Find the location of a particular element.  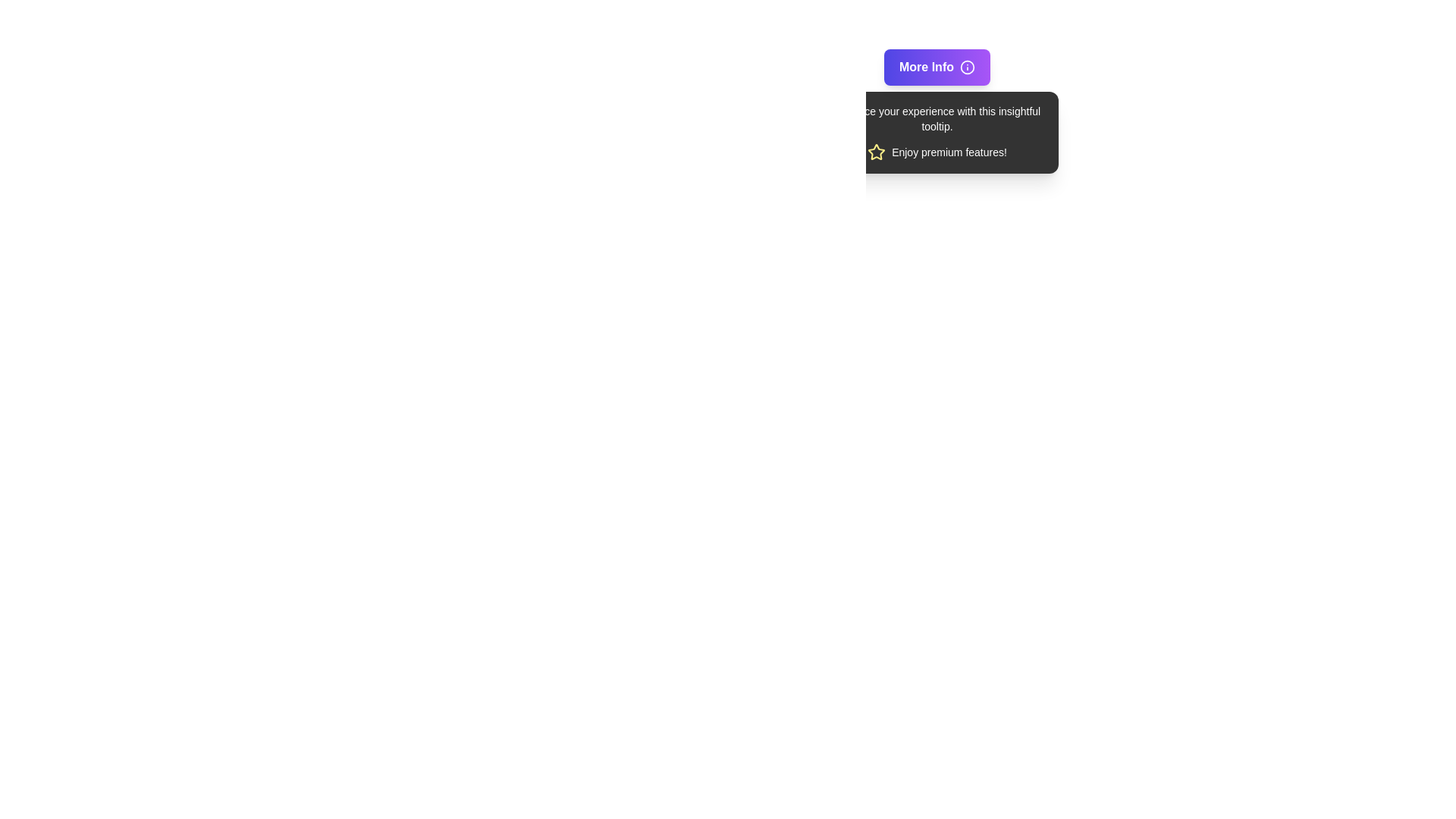

the Circle graphical element located in the top-right corner of the interface, adjacent to the 'More Info' button is located at coordinates (967, 66).